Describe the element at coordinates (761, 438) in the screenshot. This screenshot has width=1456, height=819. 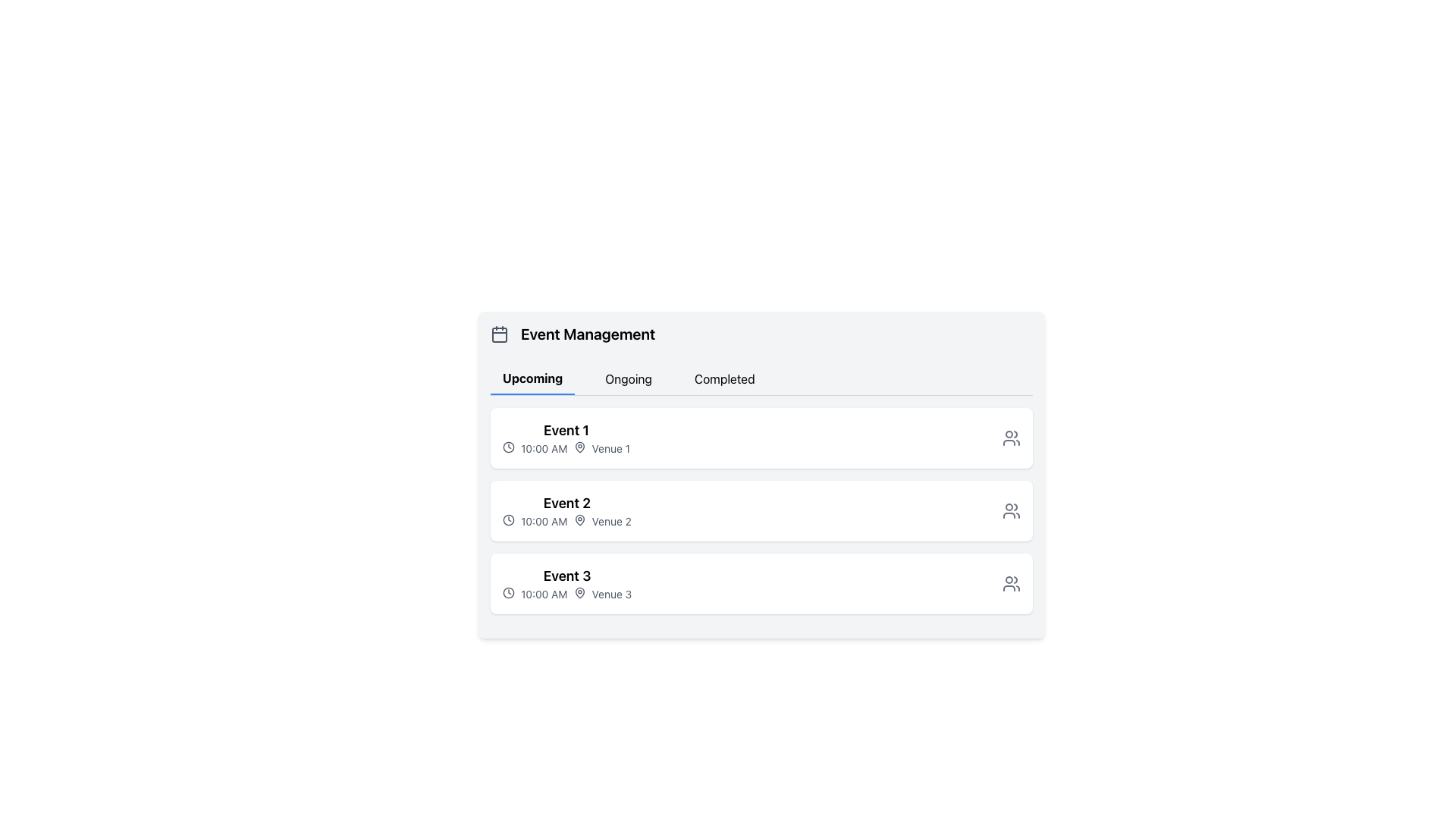
I see `to select the event displayed in the first position of the vertically stacked list under the 'Upcoming' section of the event management interface` at that location.